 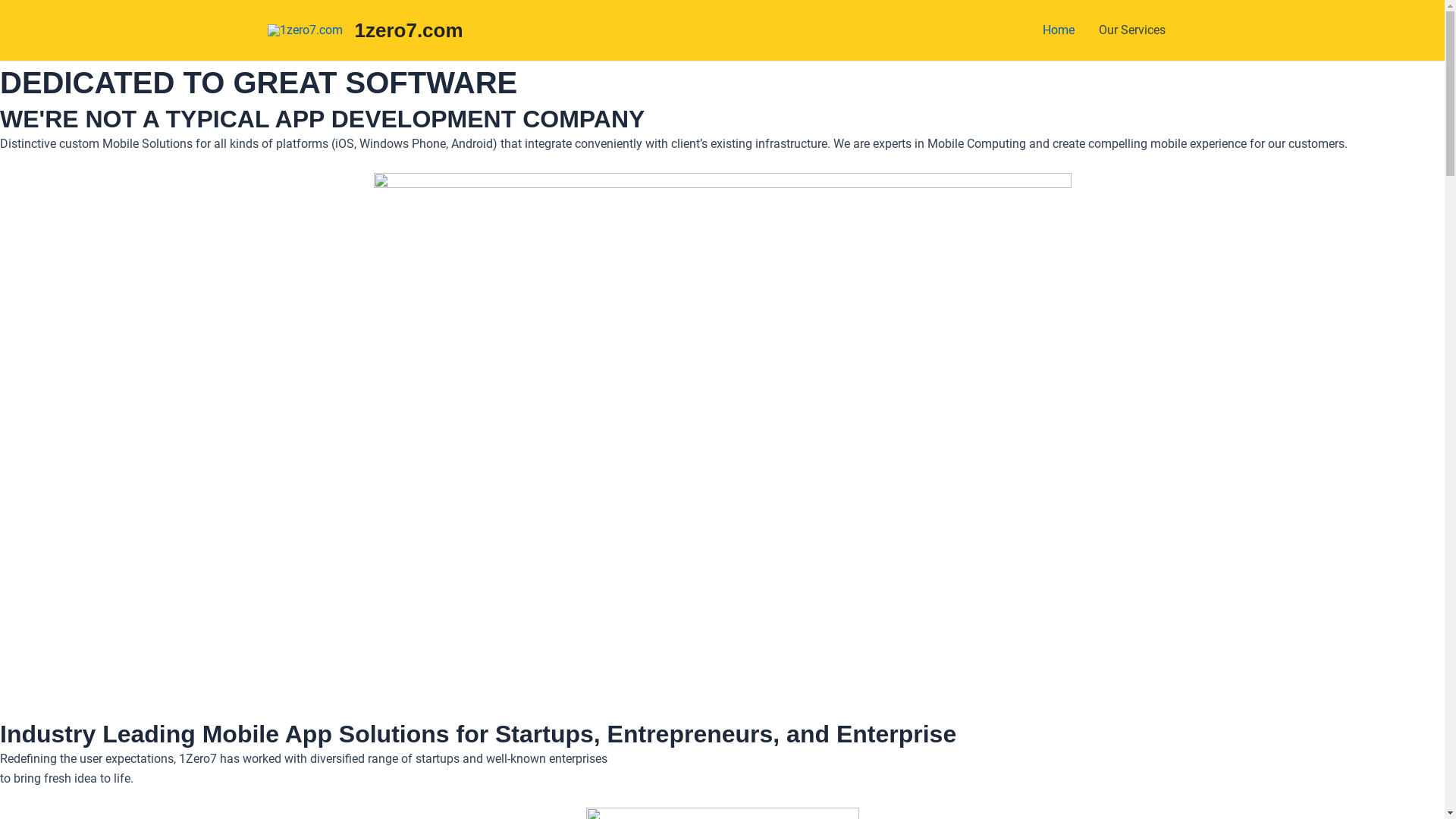 What do you see at coordinates (1057, 30) in the screenshot?
I see `'Home'` at bounding box center [1057, 30].